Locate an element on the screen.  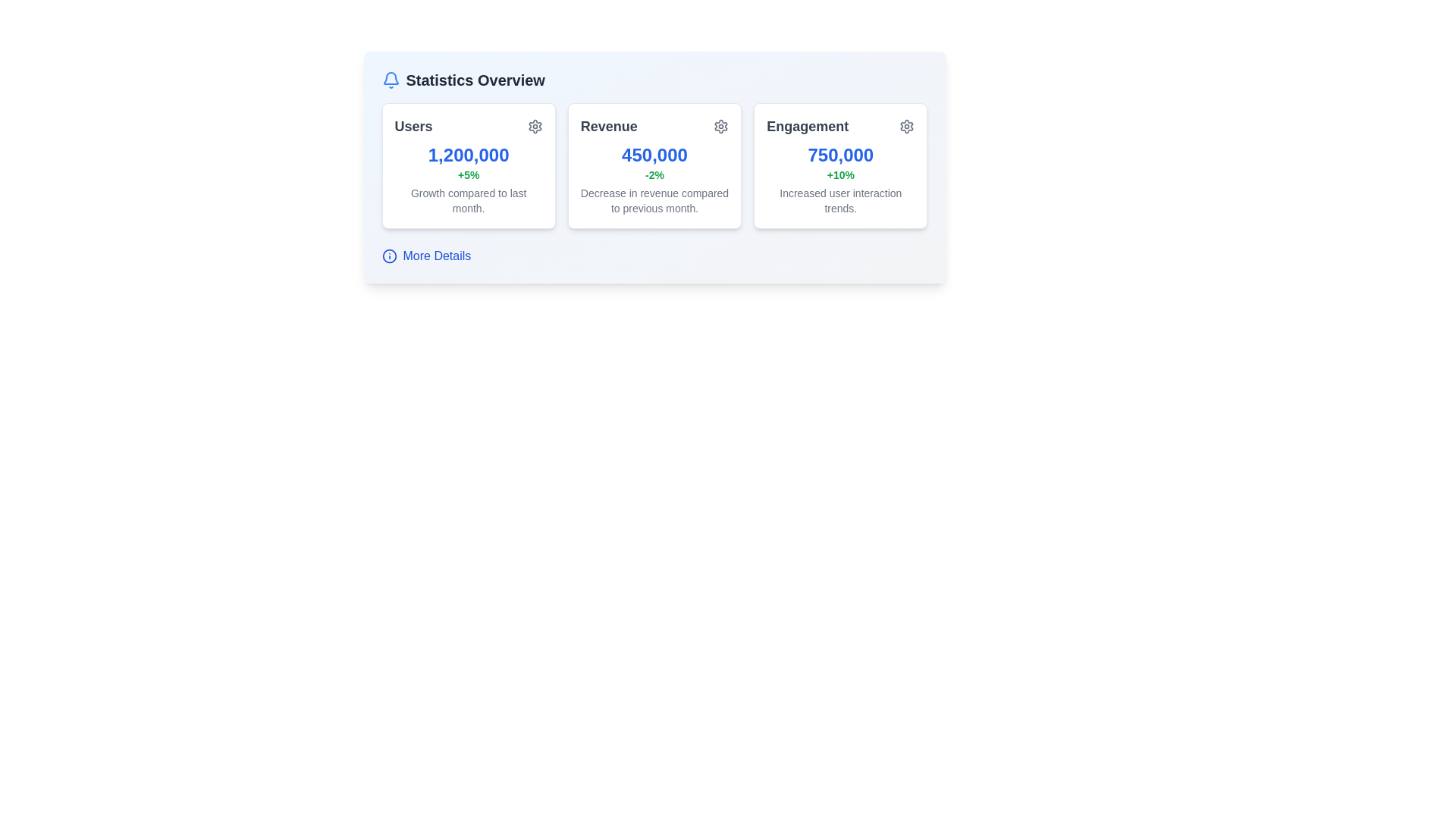
the Informational card showing revenue data, which is the second card in a row of three cards, positioned centrally with 'Users' on the left and 'Engagement' on the right is located at coordinates (654, 166).